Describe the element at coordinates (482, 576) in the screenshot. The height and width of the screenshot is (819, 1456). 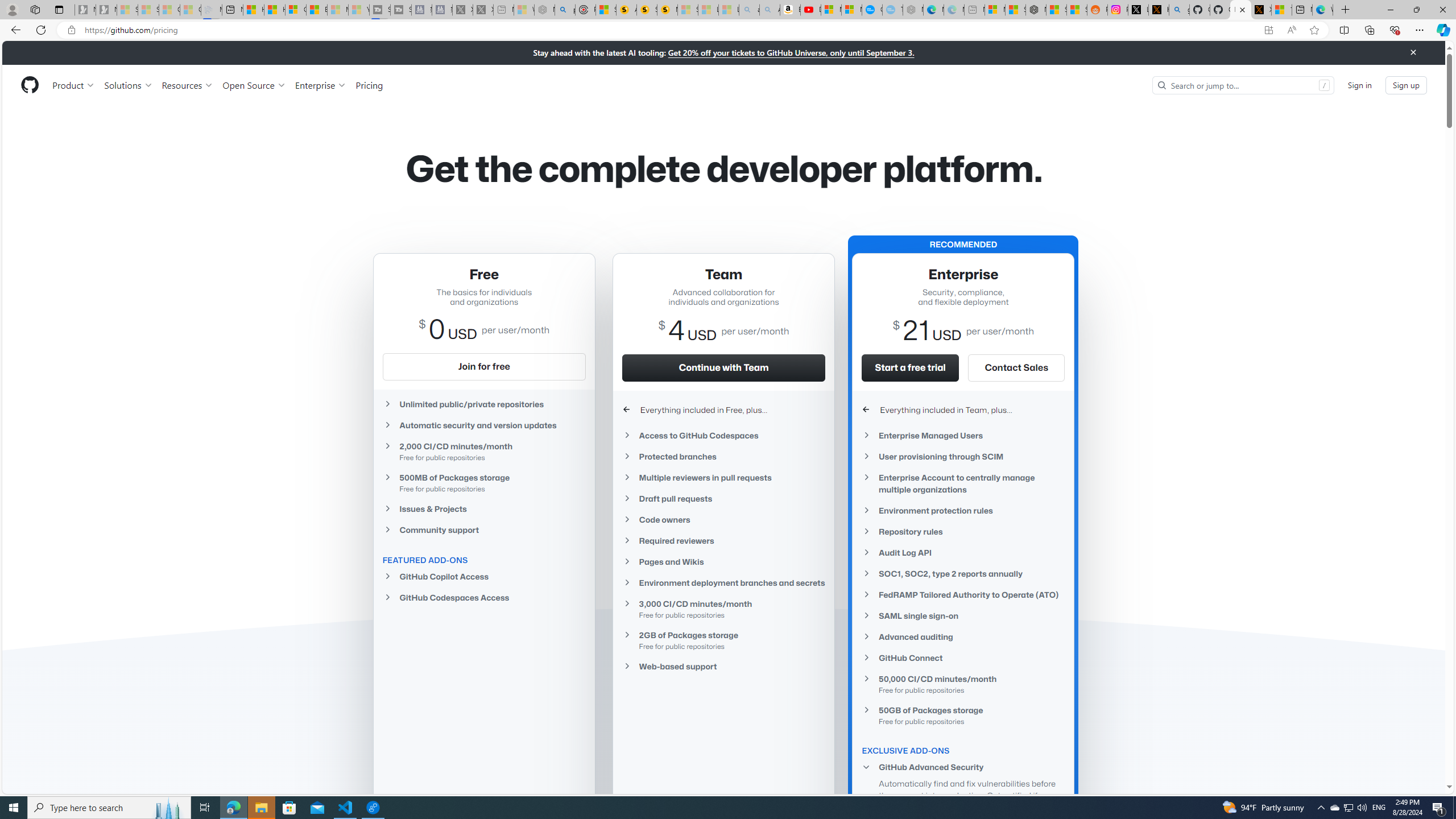
I see `'GitHub Copilot Access'` at that location.